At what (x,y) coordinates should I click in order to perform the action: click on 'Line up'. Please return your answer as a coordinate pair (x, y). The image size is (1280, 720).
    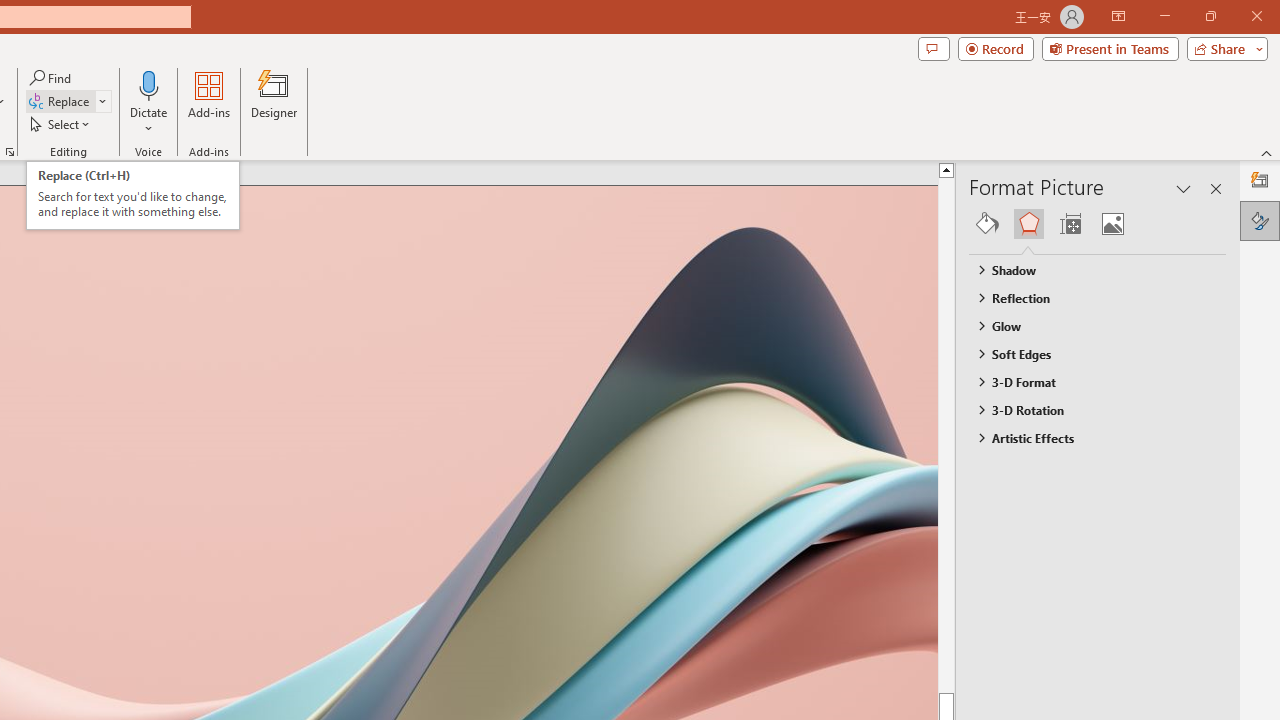
    Looking at the image, I should click on (983, 168).